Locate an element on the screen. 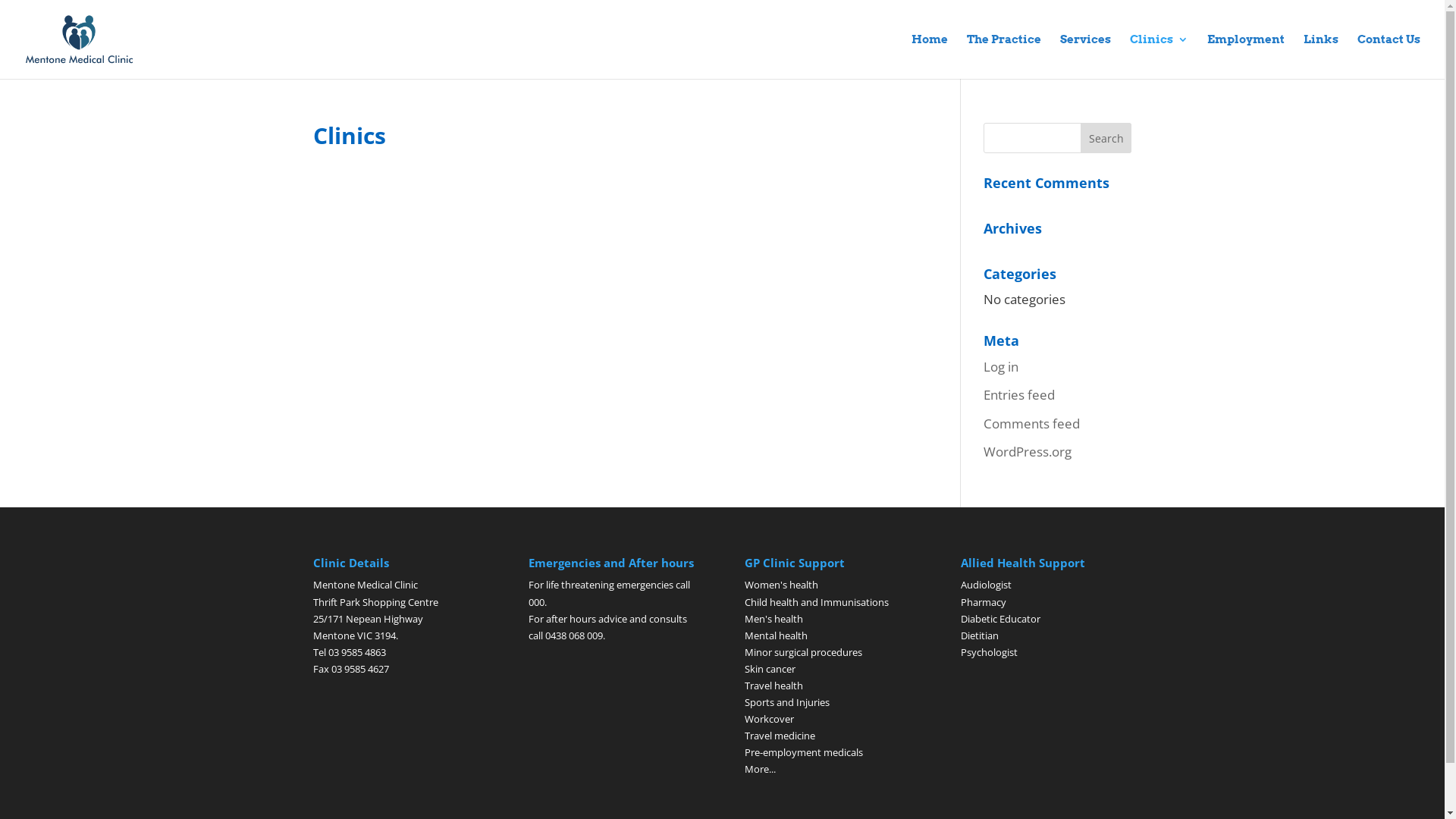  'Home' is located at coordinates (928, 55).